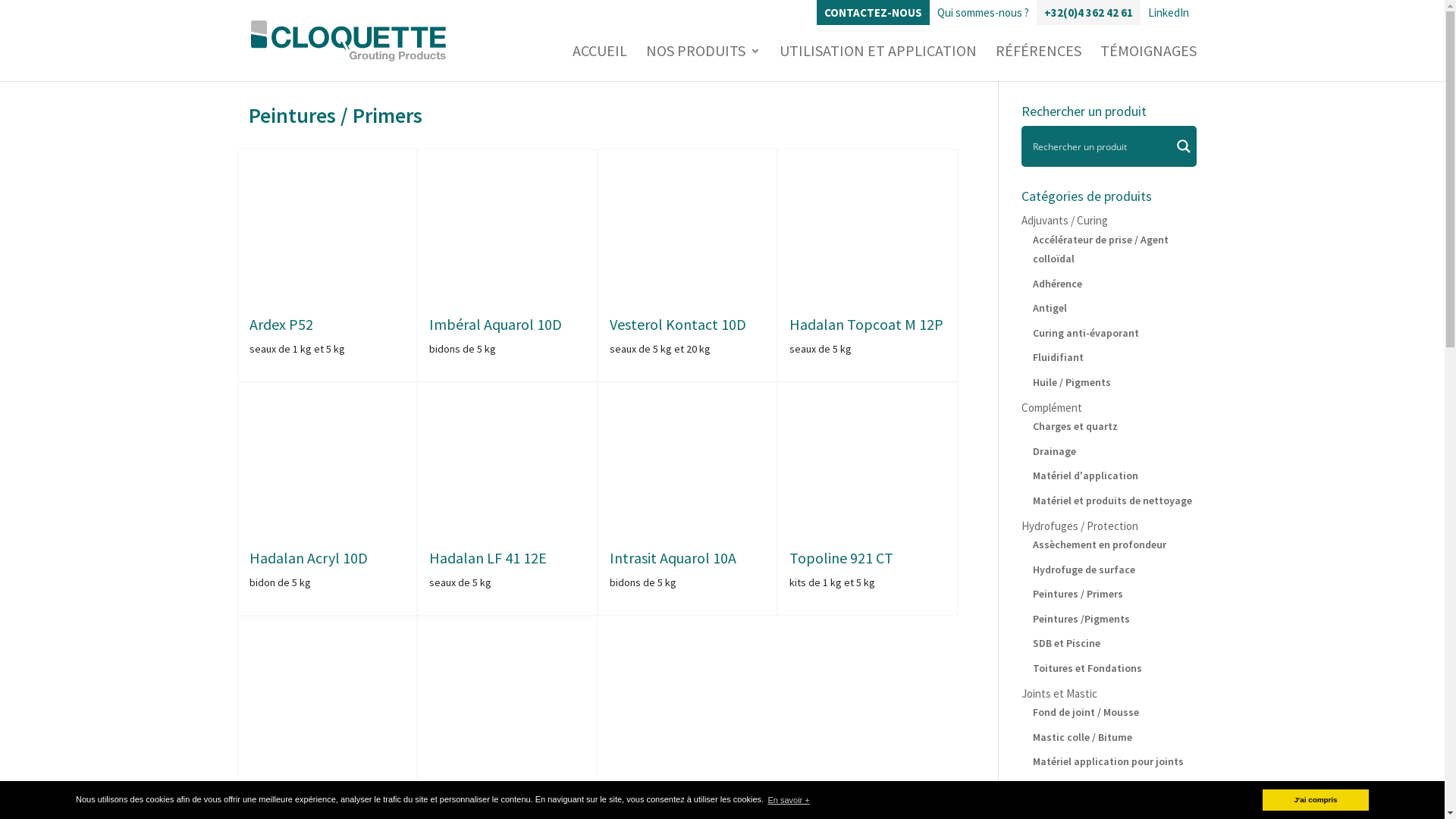 The height and width of the screenshot is (819, 1456). I want to click on 'Huile / Pigments', so click(1071, 380).